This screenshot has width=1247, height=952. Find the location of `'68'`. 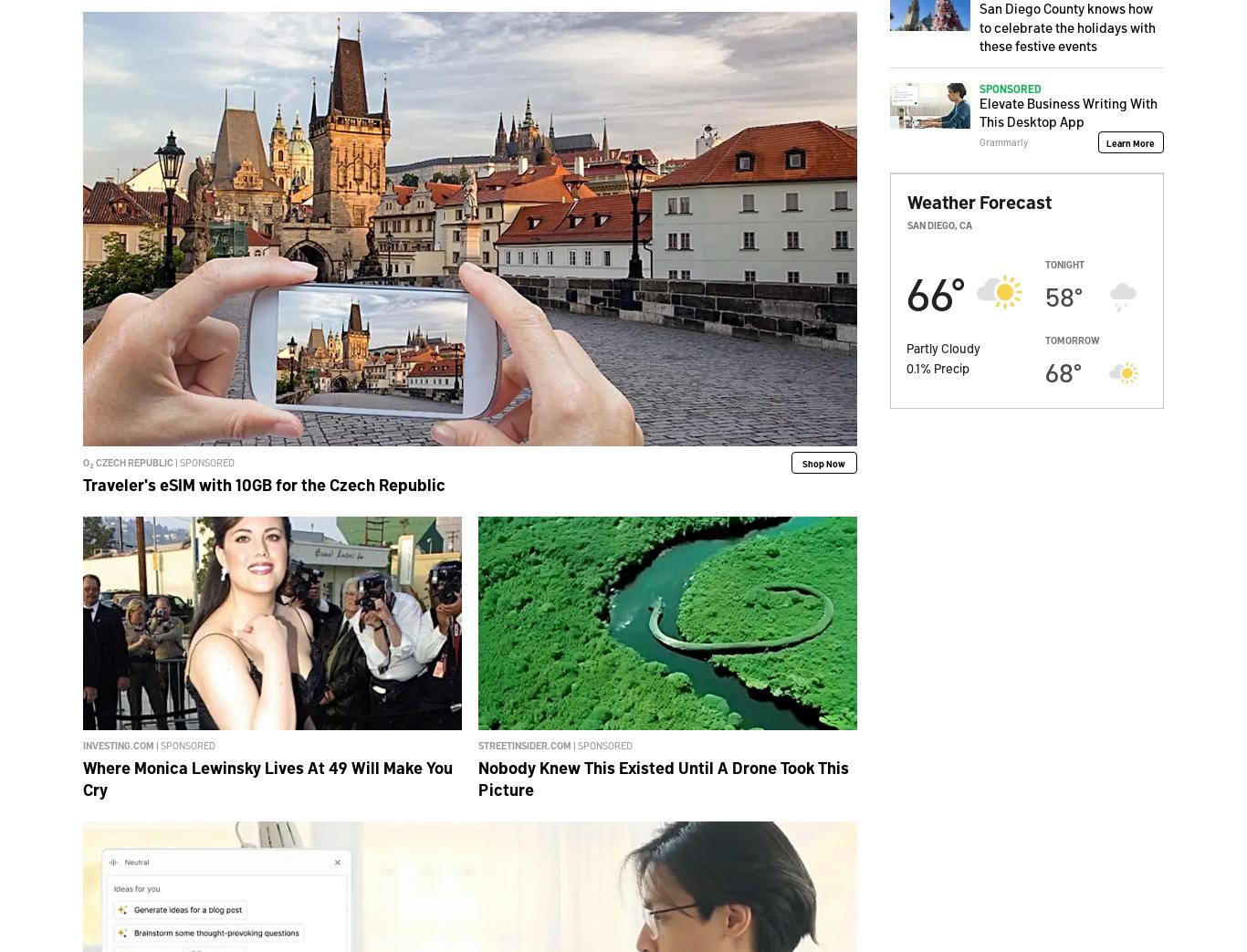

'68' is located at coordinates (1044, 371).